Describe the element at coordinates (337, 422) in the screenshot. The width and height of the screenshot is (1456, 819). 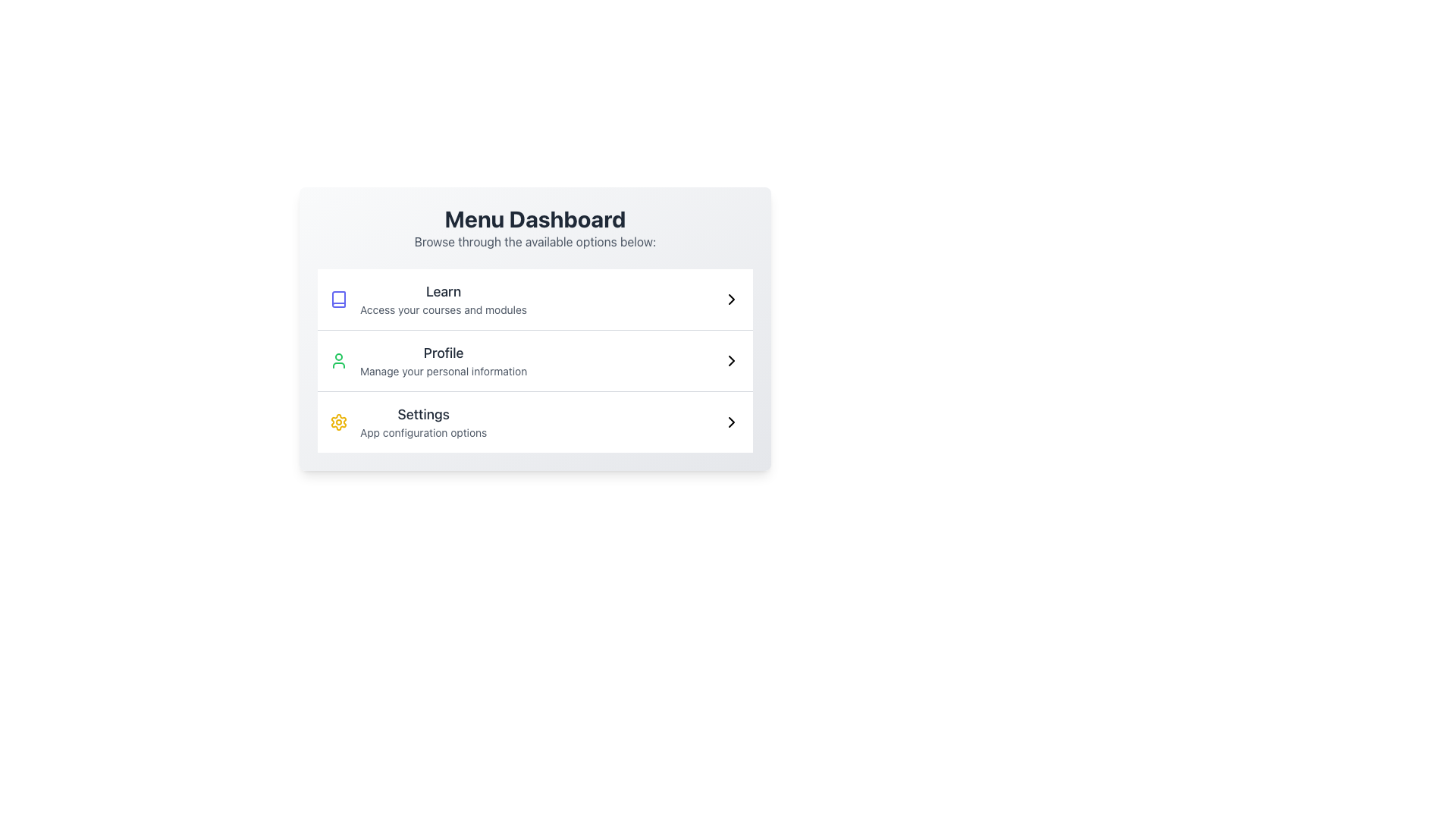
I see `the outer structure of the yellow gear icon representing settings in the menu card, located to the left of the Settings text label` at that location.